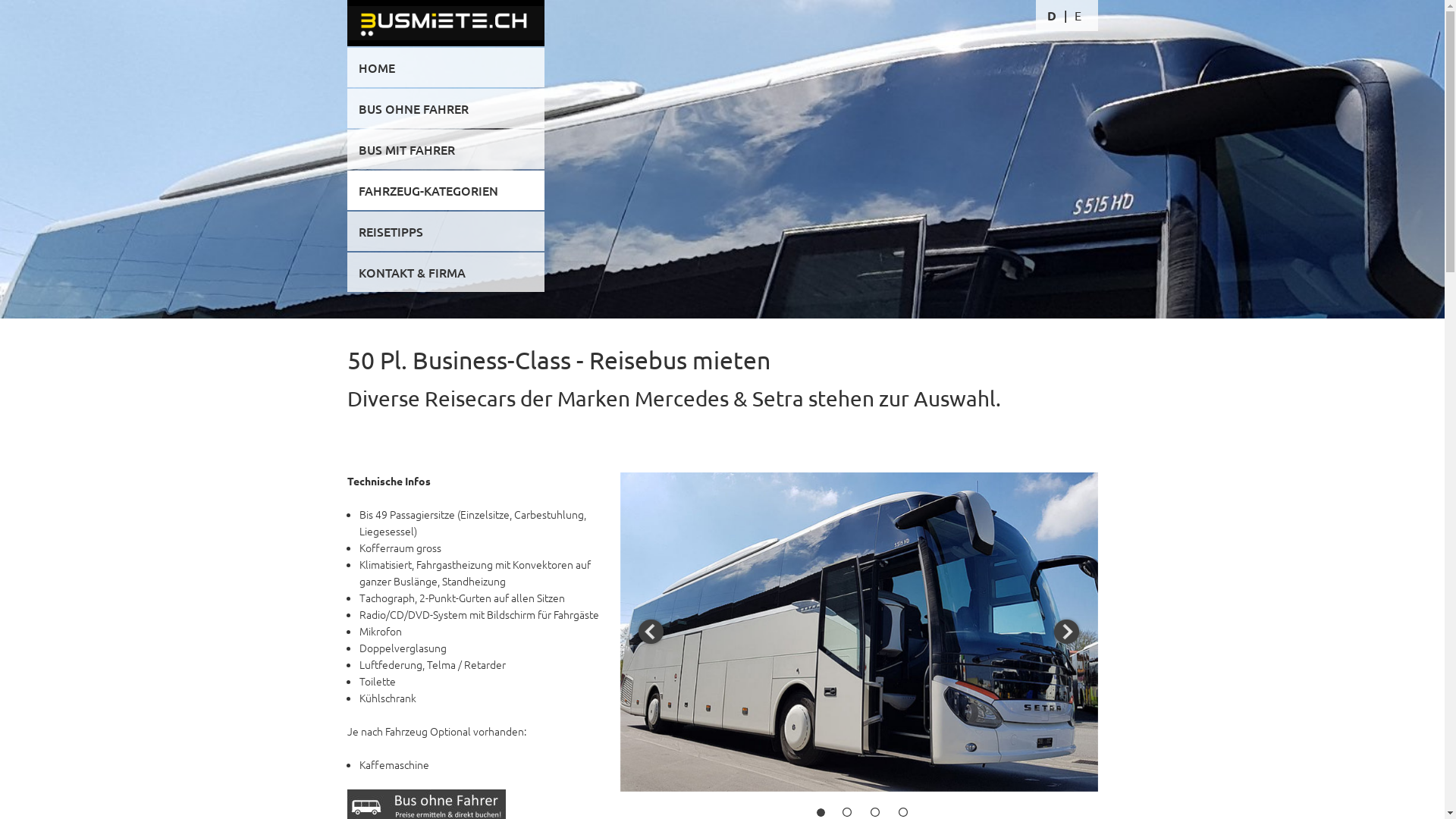 The width and height of the screenshot is (1456, 819). Describe the element at coordinates (445, 149) in the screenshot. I see `'BUS MIT FAHRER'` at that location.